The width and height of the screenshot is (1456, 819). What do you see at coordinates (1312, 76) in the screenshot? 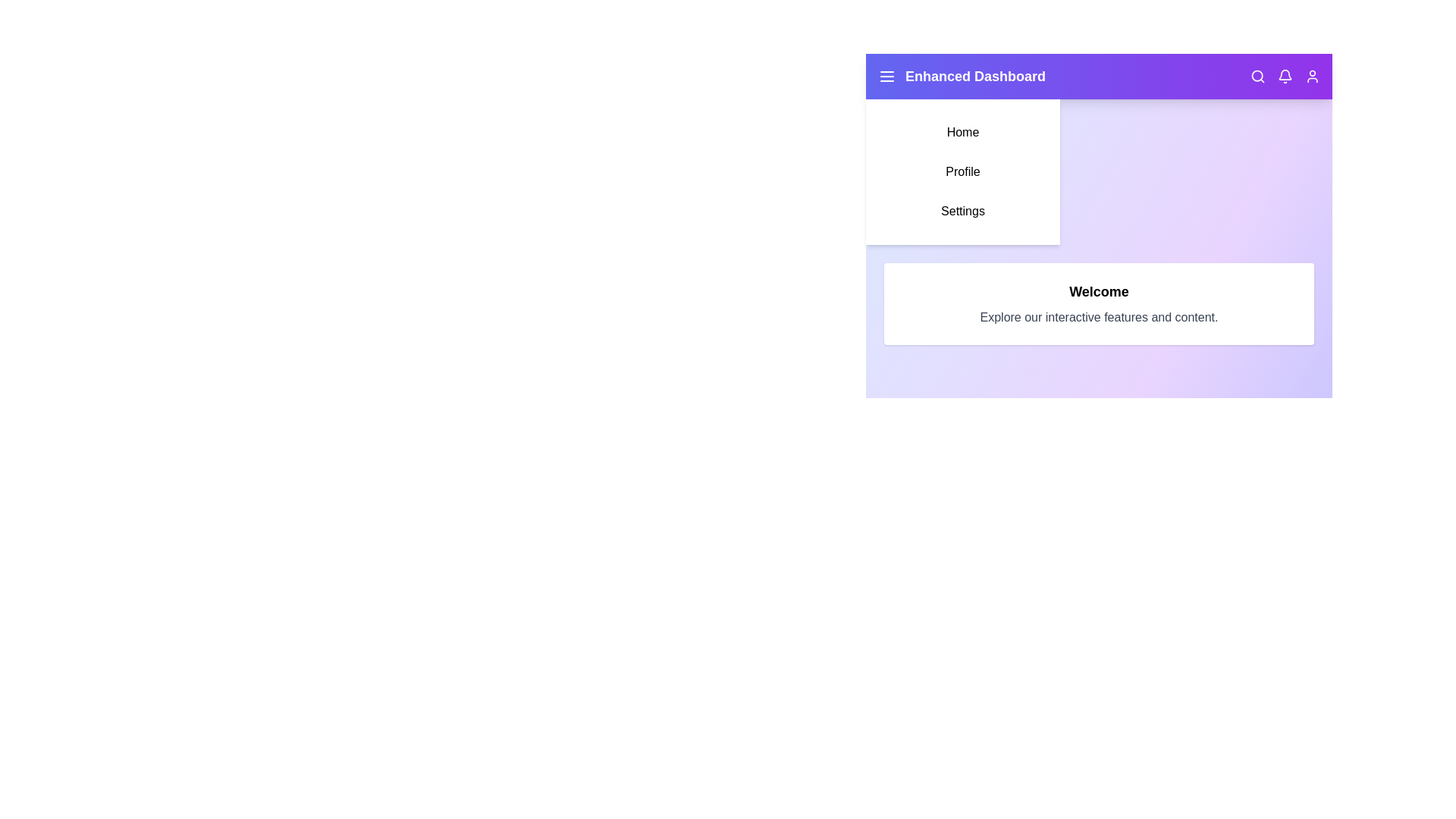
I see `the 'User' icon in the EnhancedAppBar to open user-related options` at bounding box center [1312, 76].